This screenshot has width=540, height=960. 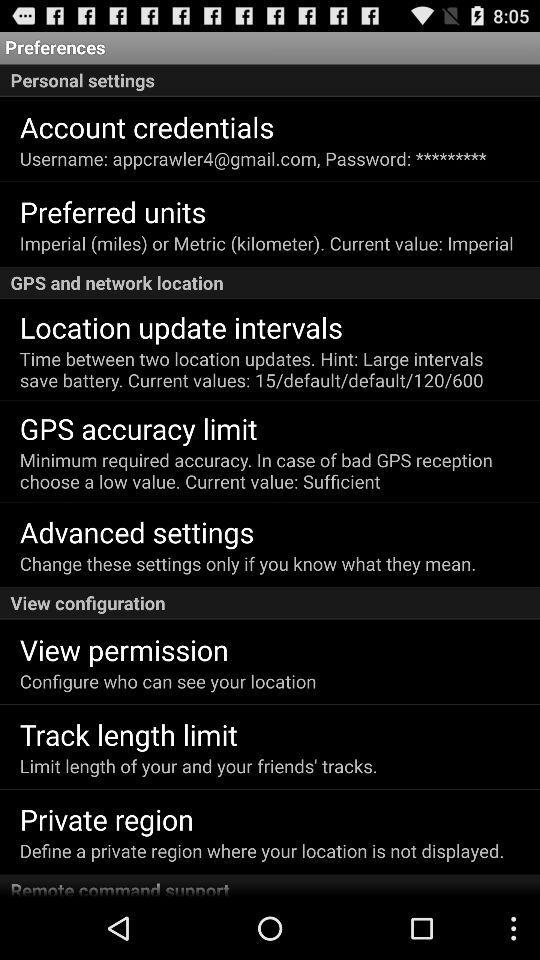 I want to click on change these settings item, so click(x=248, y=563).